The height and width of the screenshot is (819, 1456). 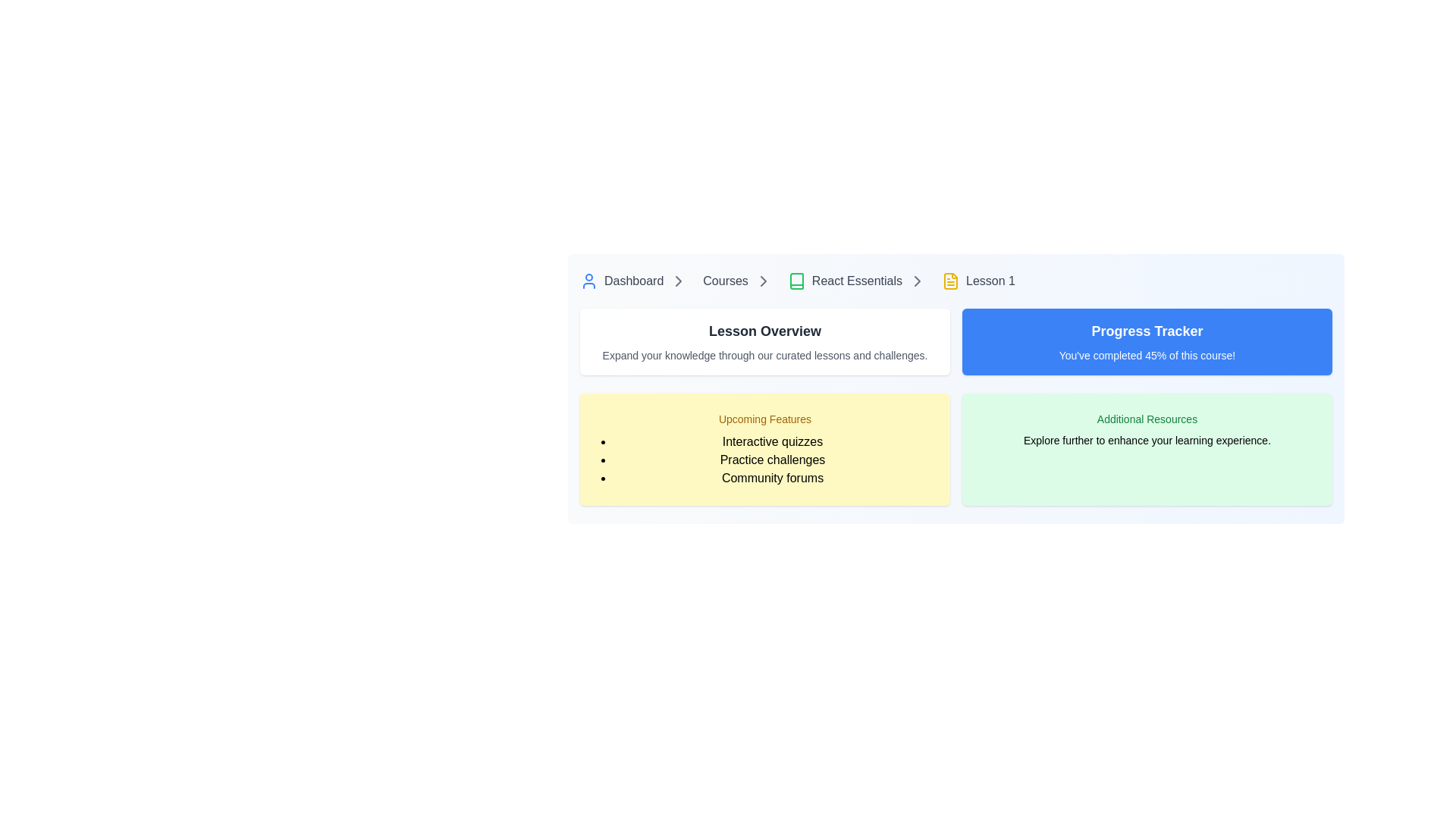 I want to click on the chevron icon in the breadcrumb navigation bar that indicates the relationship between 'Courses' and 'React Essentials', so click(x=763, y=281).